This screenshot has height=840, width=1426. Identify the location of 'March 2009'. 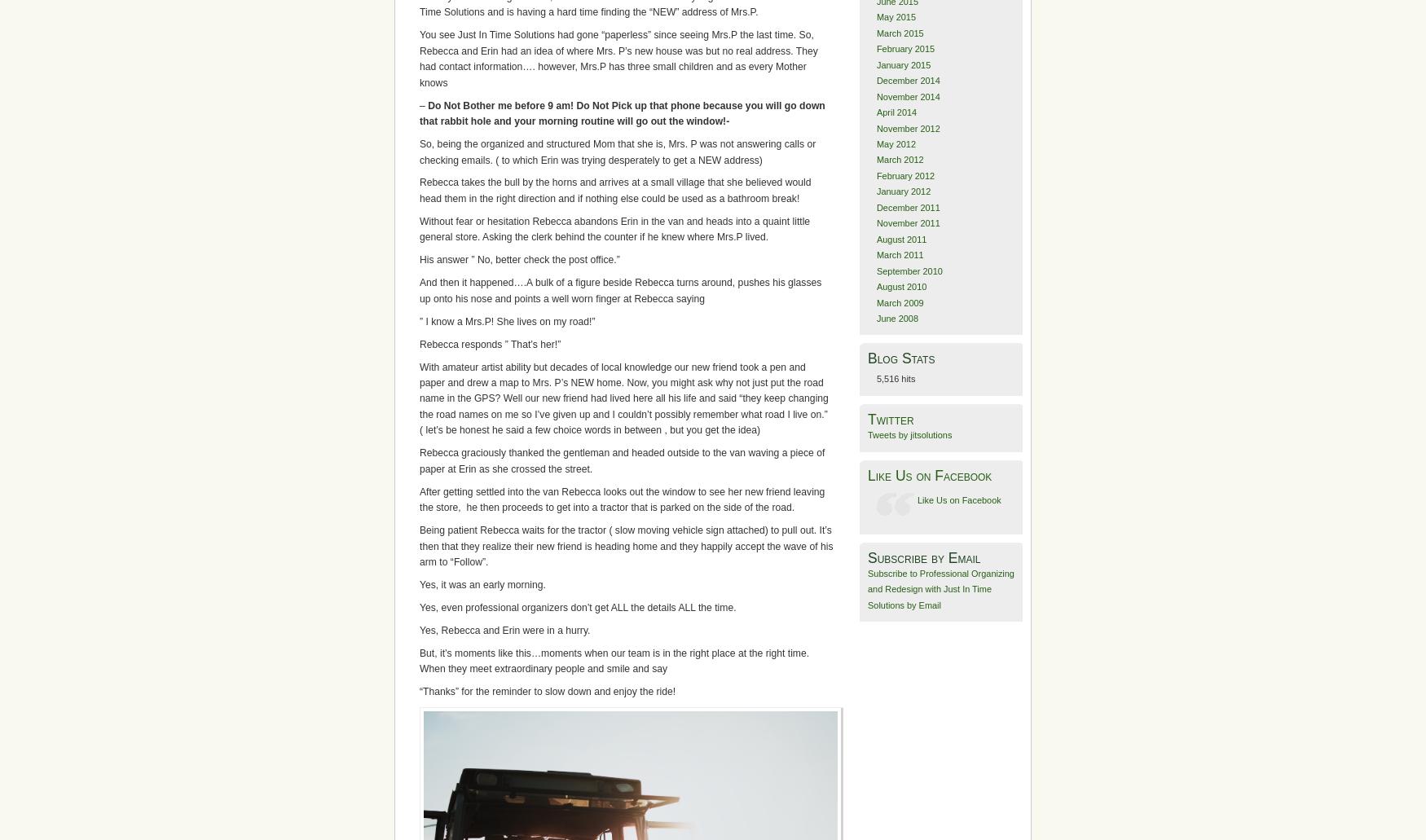
(876, 301).